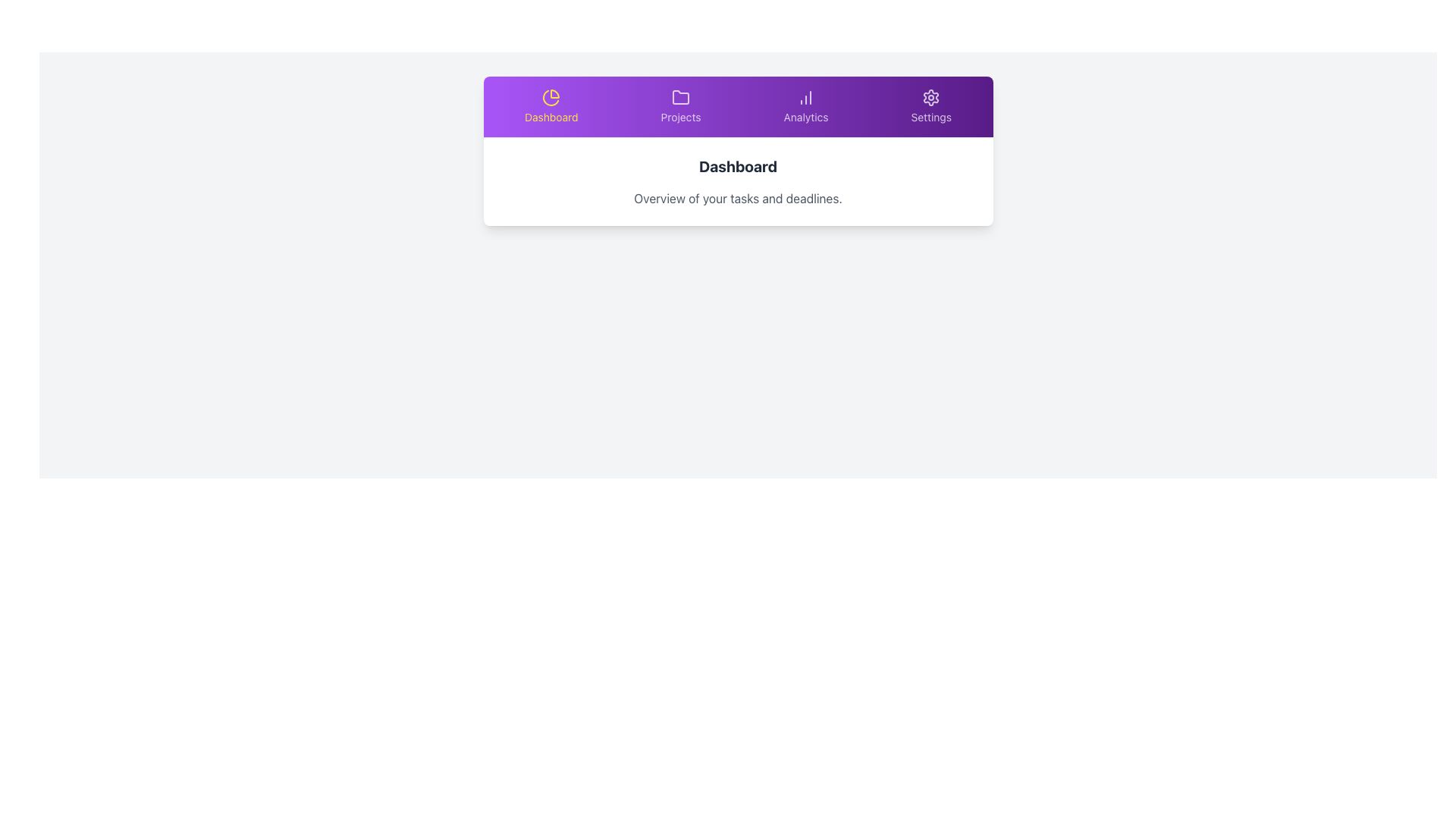 This screenshot has width=1456, height=819. What do you see at coordinates (551, 106) in the screenshot?
I see `the navigation button labeled 'Dashboard'` at bounding box center [551, 106].